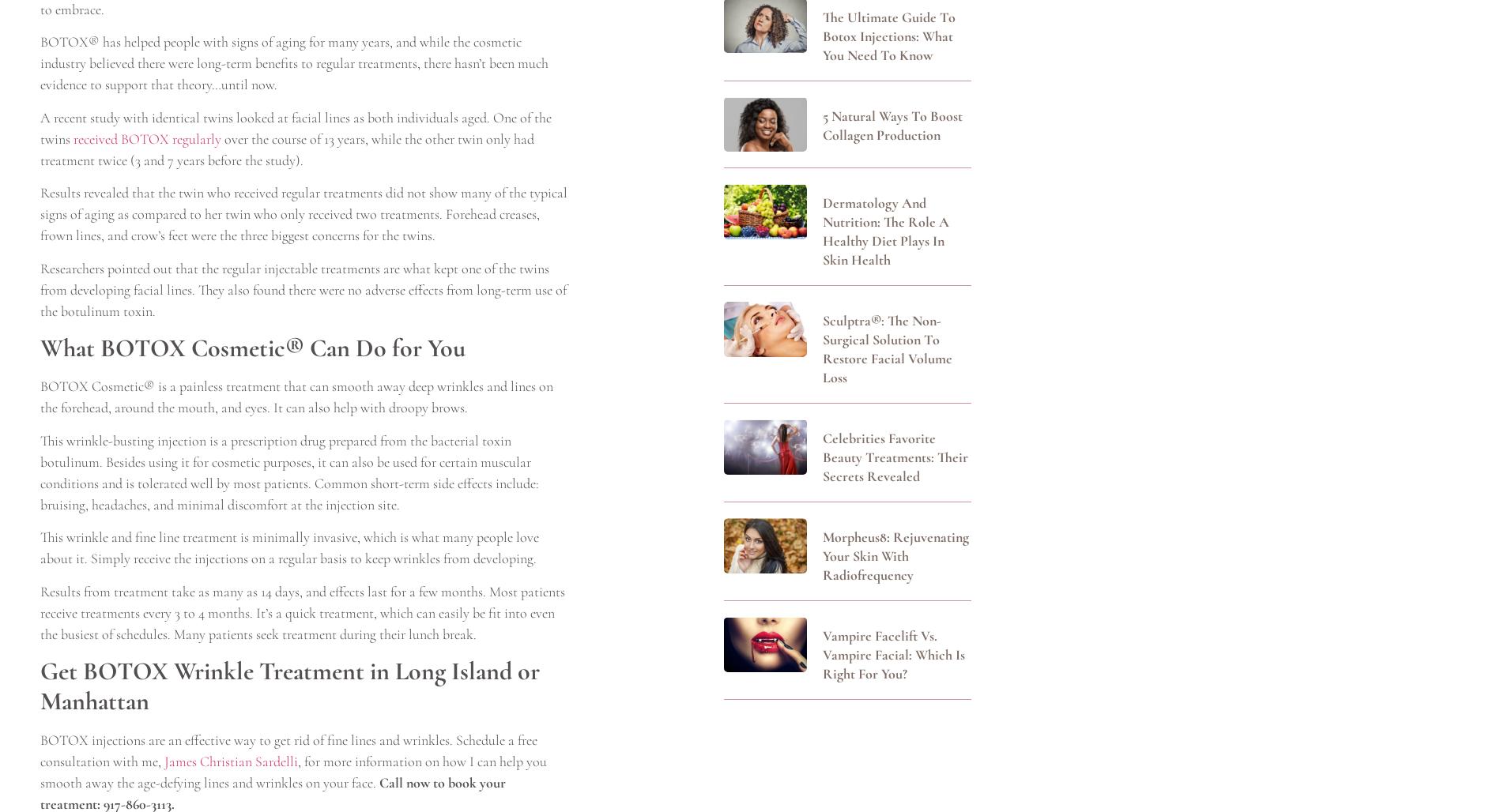 Image resolution: width=1508 pixels, height=812 pixels. What do you see at coordinates (39, 396) in the screenshot?
I see `'BOTOX Cosmetic® is a painless treatment that can smooth away deep wrinkles and lines on the forehead, around the mouth, and eyes. It can also help with droopy brows.'` at bounding box center [39, 396].